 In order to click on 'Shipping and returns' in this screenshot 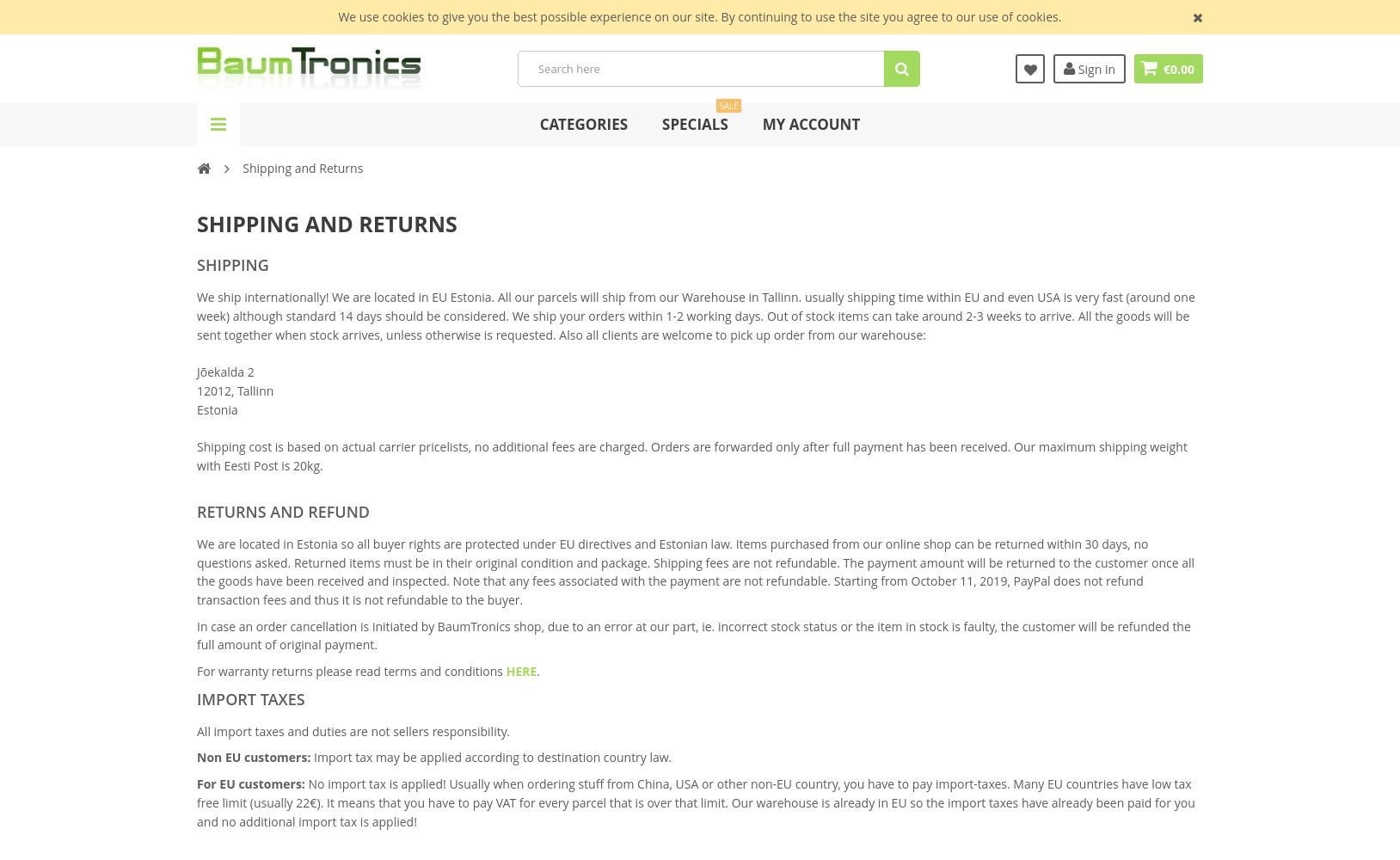, I will do `click(326, 224)`.